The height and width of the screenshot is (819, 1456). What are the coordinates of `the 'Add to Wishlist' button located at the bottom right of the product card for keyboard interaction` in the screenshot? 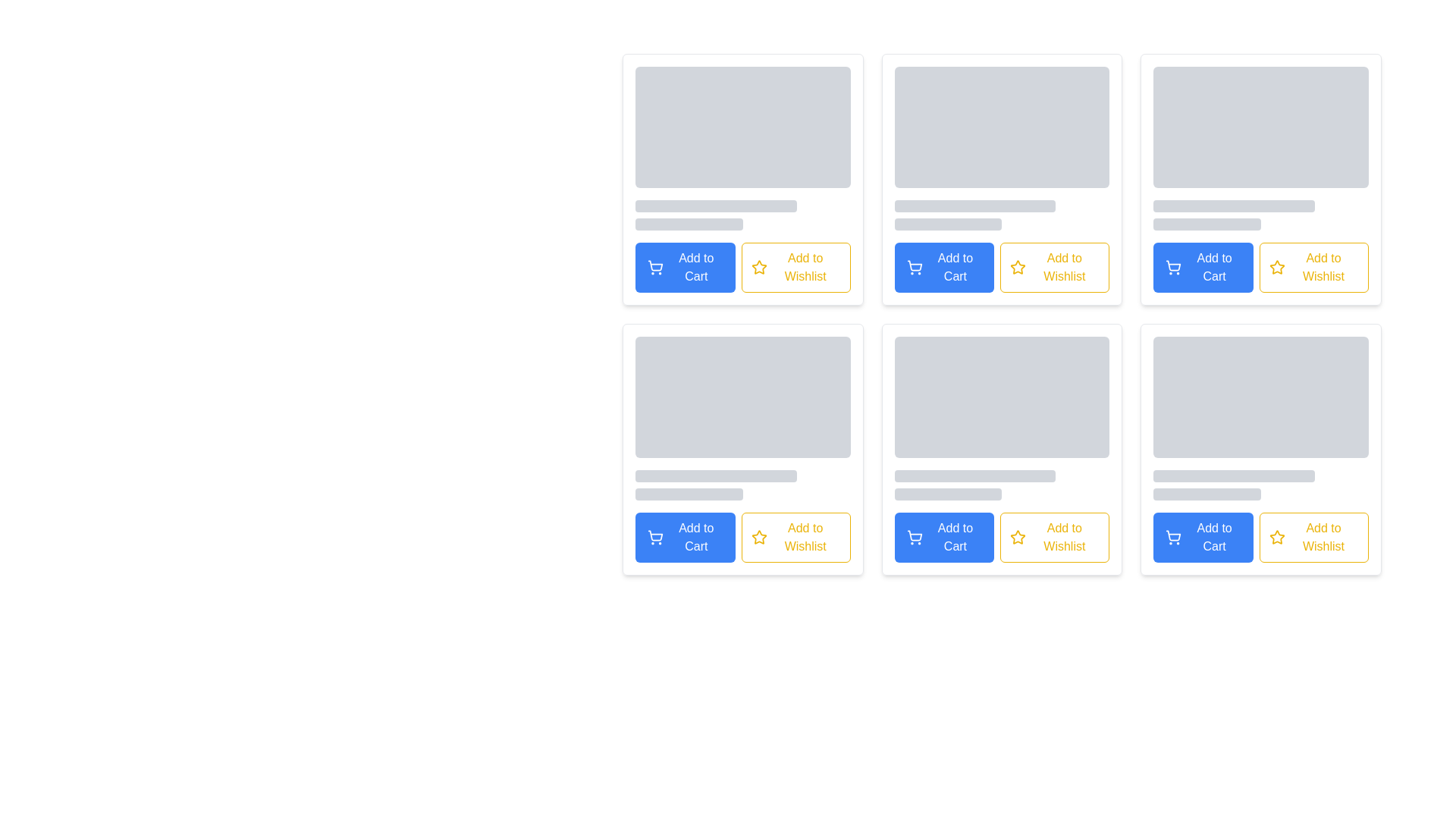 It's located at (1313, 537).